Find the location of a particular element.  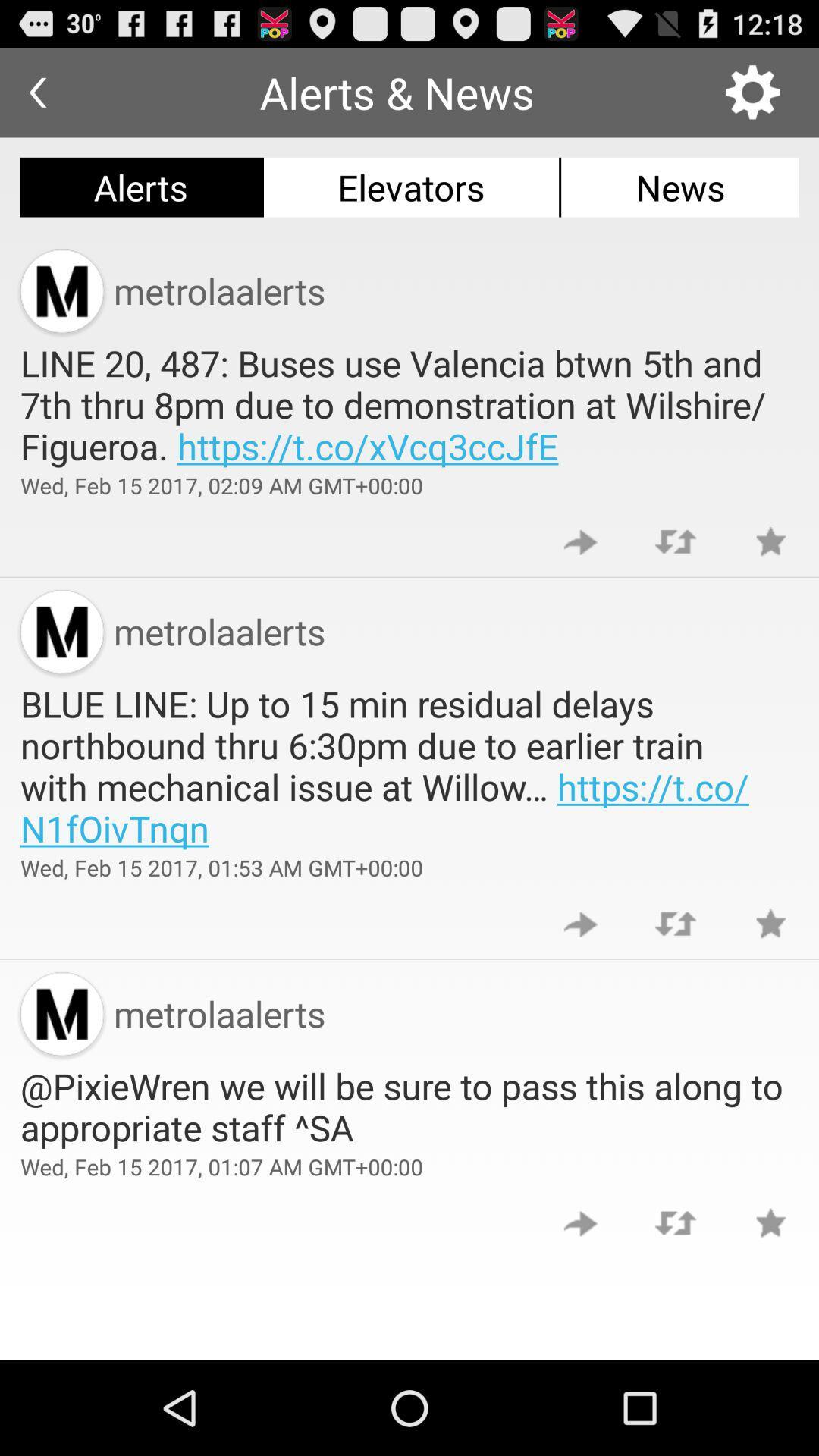

the arrow_backward icon is located at coordinates (36, 98).